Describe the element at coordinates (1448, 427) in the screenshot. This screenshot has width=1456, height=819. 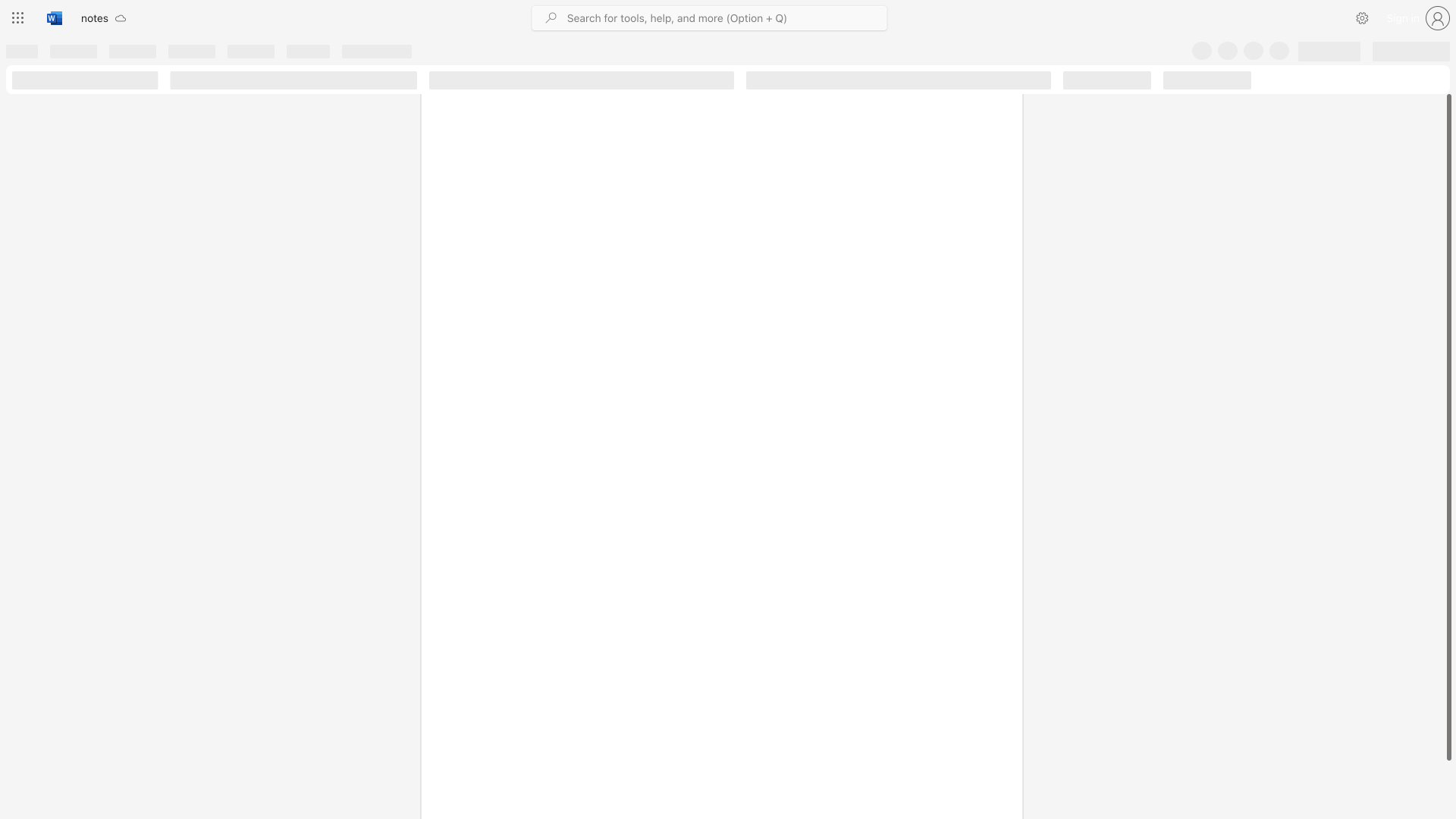
I see `the scrollbar and move up 40 pixels` at that location.